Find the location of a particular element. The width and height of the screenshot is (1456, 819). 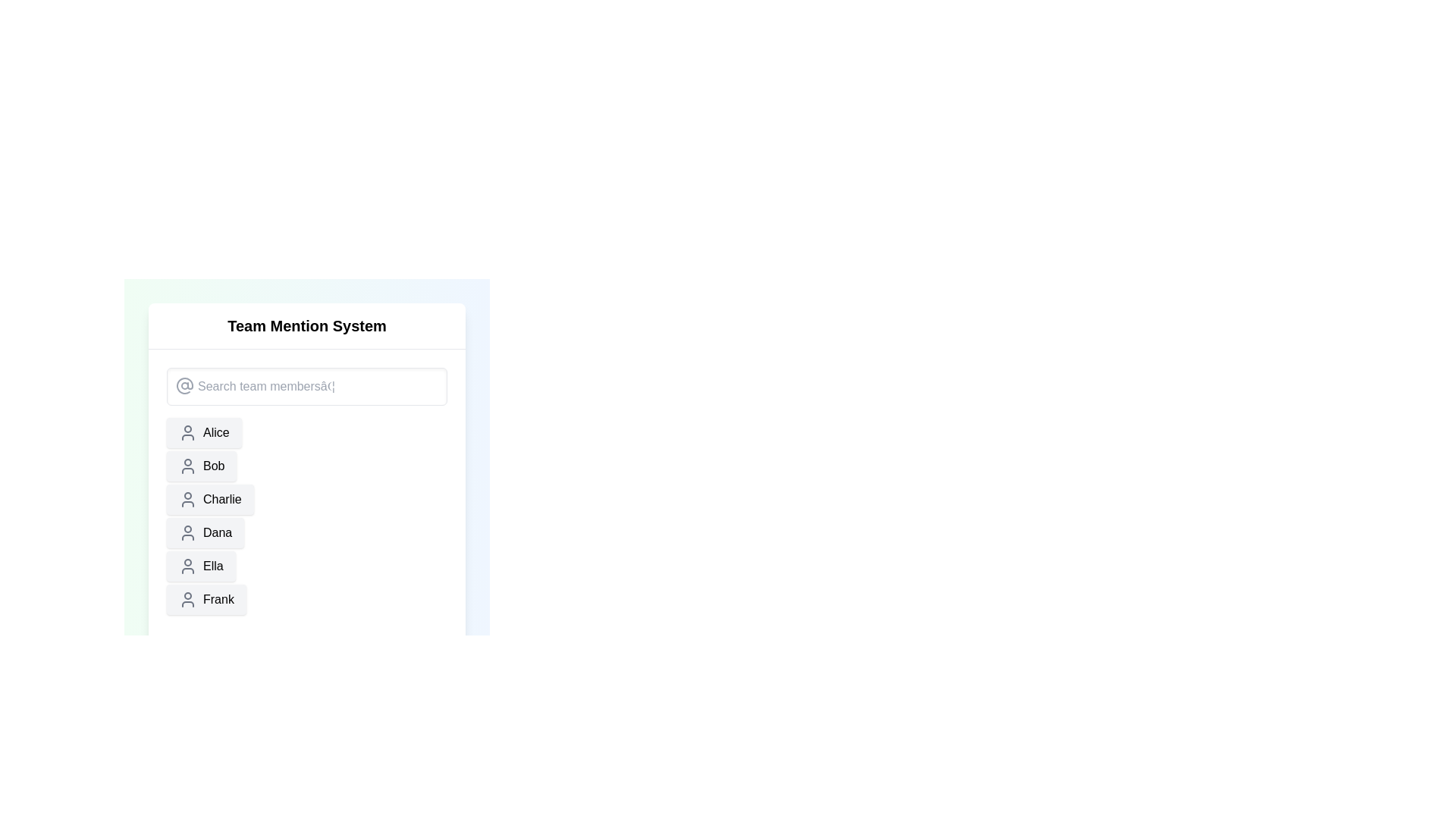

the interactive button for 'Alice', which is the first item in the list of team members is located at coordinates (203, 432).